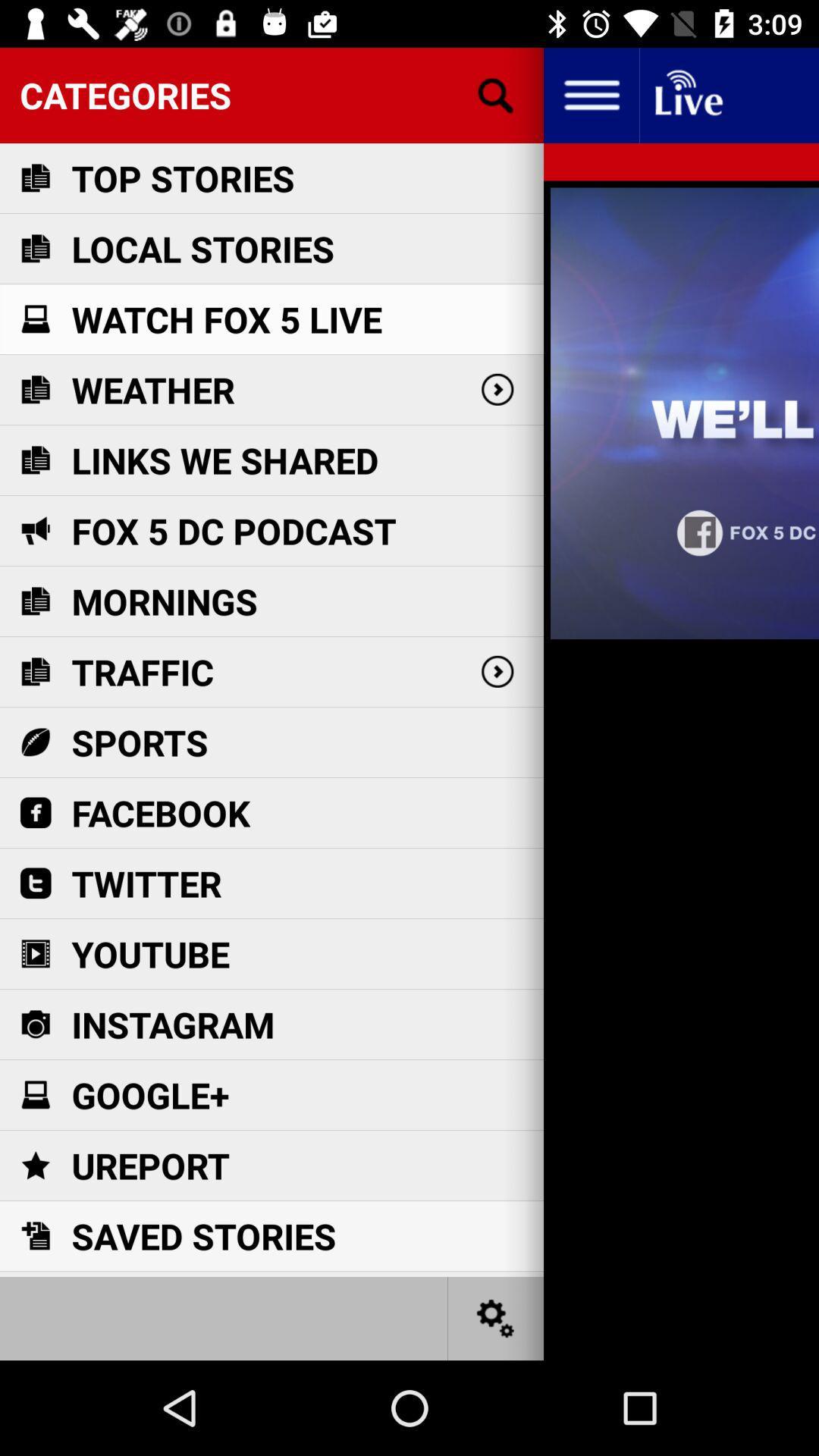 The width and height of the screenshot is (819, 1456). I want to click on the item below google+ icon, so click(150, 1165).